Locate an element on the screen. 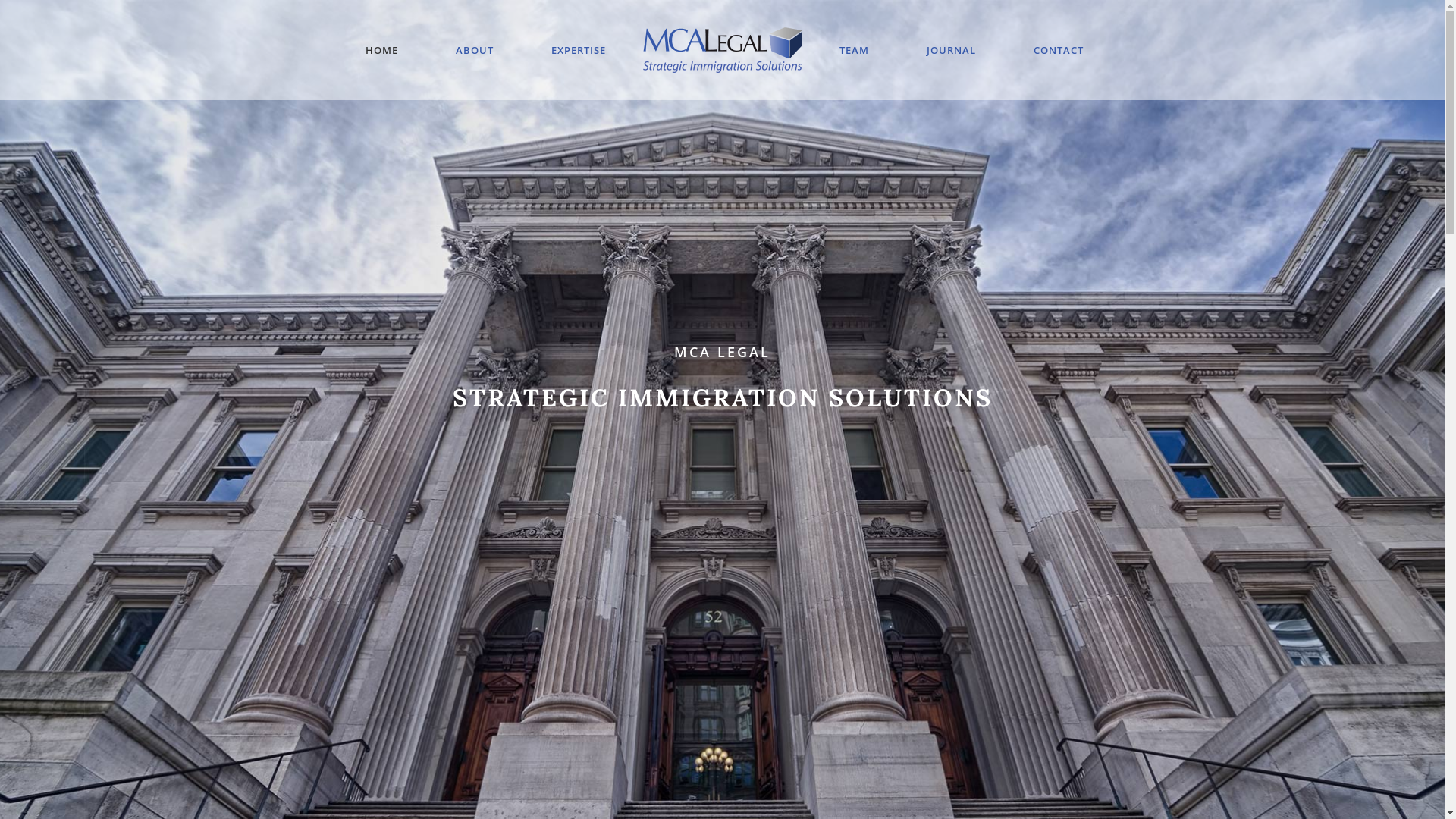 The height and width of the screenshot is (819, 1456). 'JOURNAL' is located at coordinates (898, 49).